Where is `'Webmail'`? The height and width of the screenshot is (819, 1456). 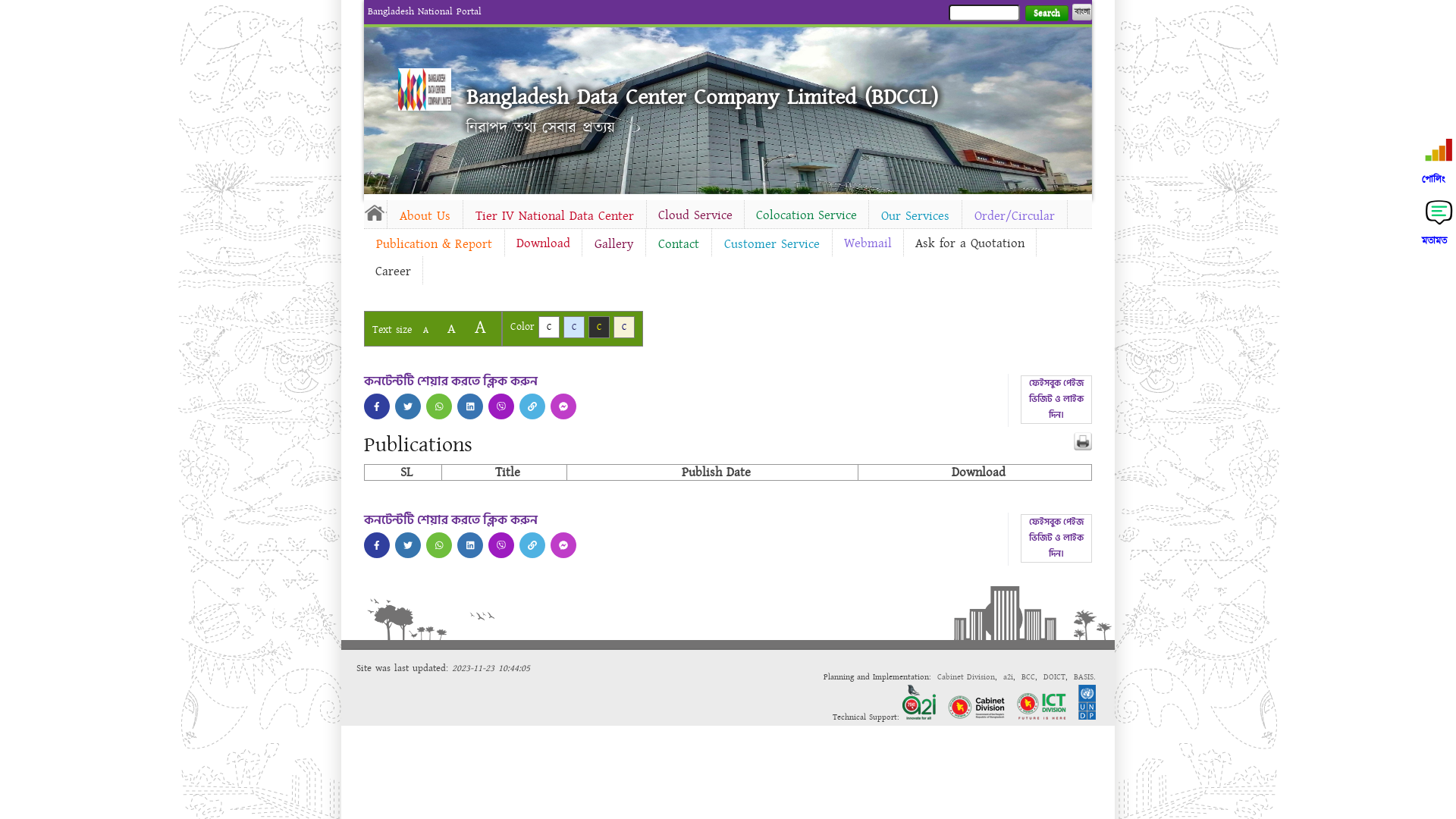
'Webmail' is located at coordinates (868, 242).